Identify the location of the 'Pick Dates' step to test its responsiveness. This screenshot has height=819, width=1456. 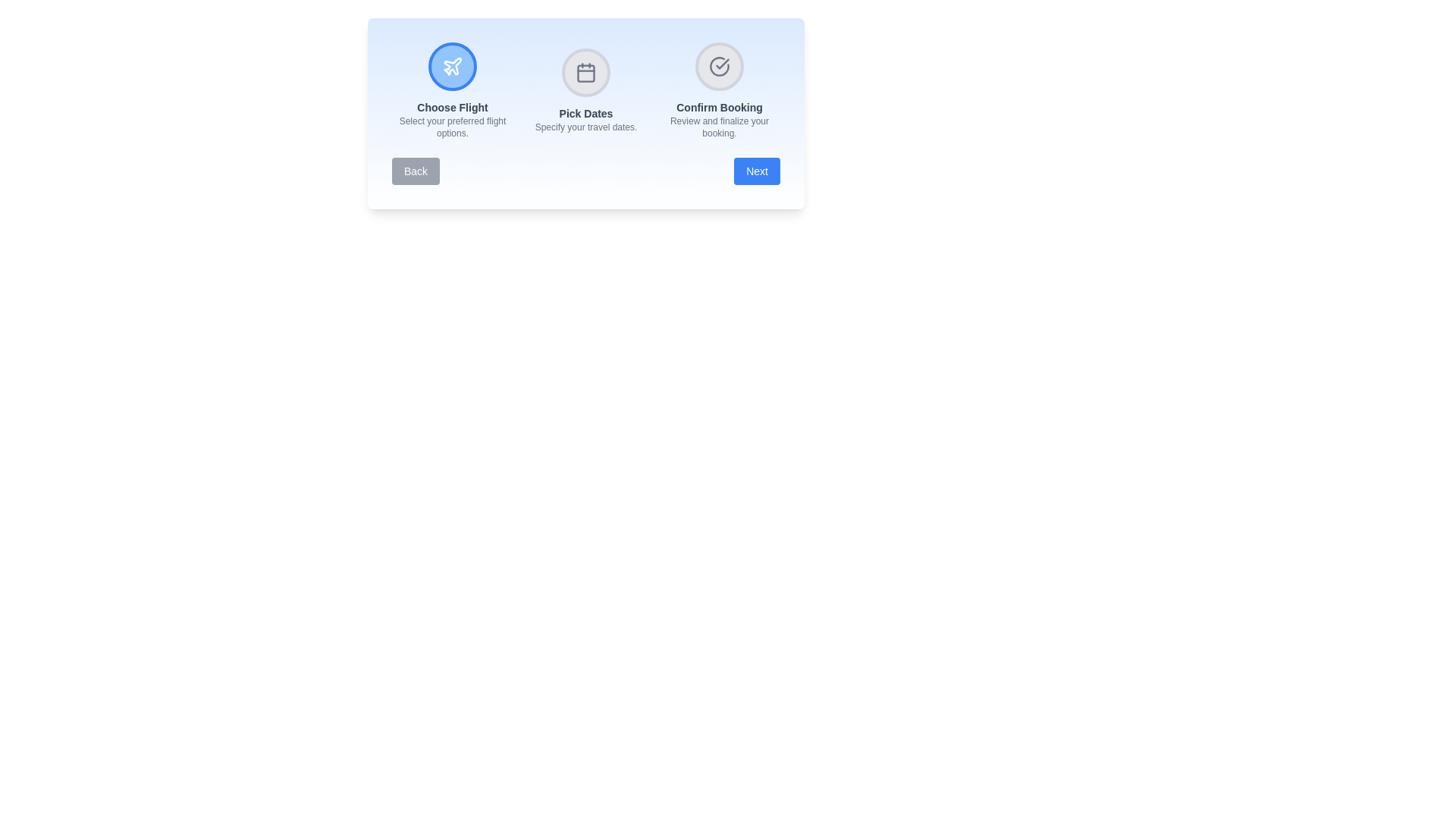
(585, 73).